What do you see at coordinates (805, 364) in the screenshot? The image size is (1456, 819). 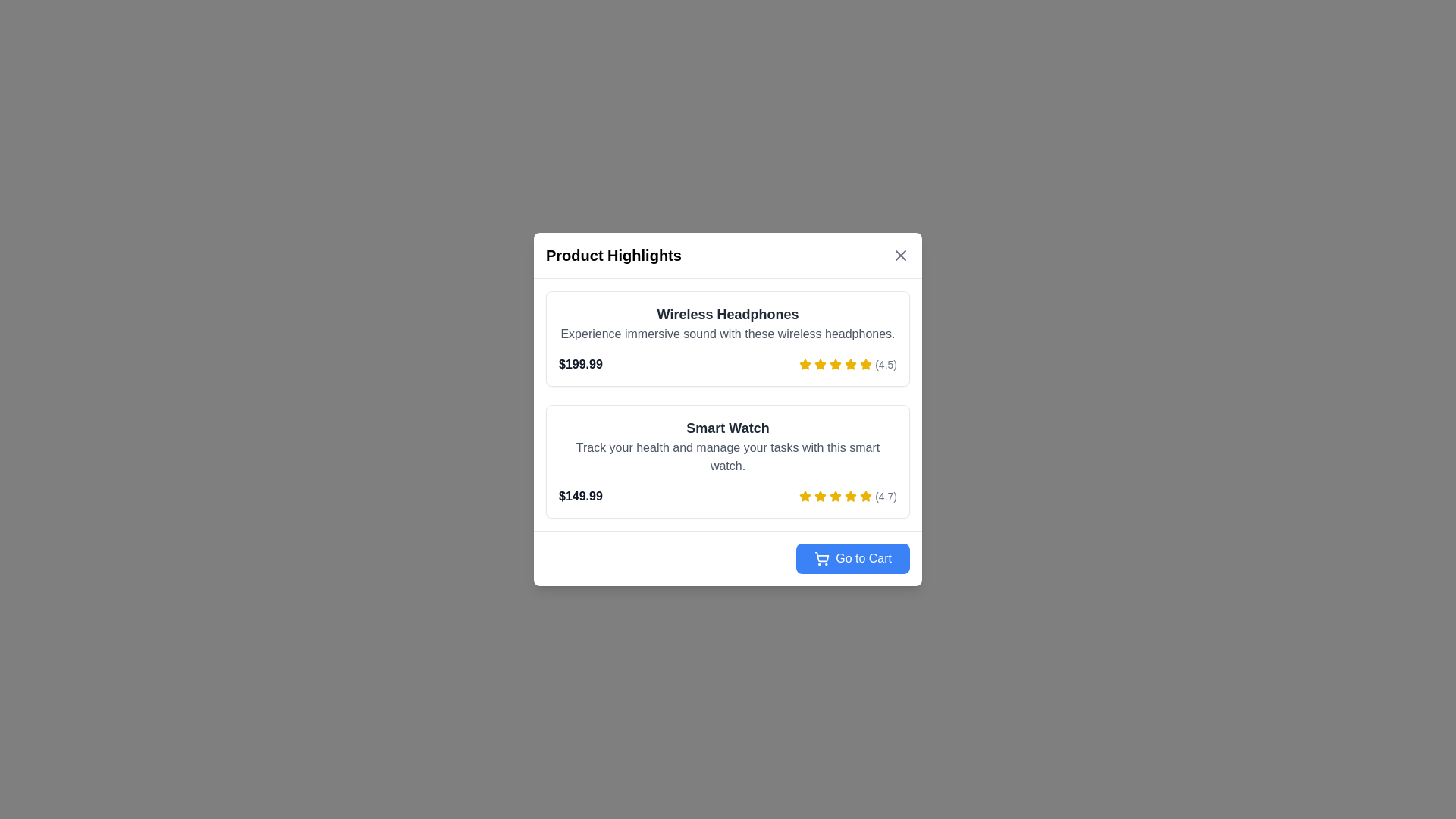 I see `the yellow star icon representing the rating for the Wireless Headphones product, located in the Product Highlights section` at bounding box center [805, 364].